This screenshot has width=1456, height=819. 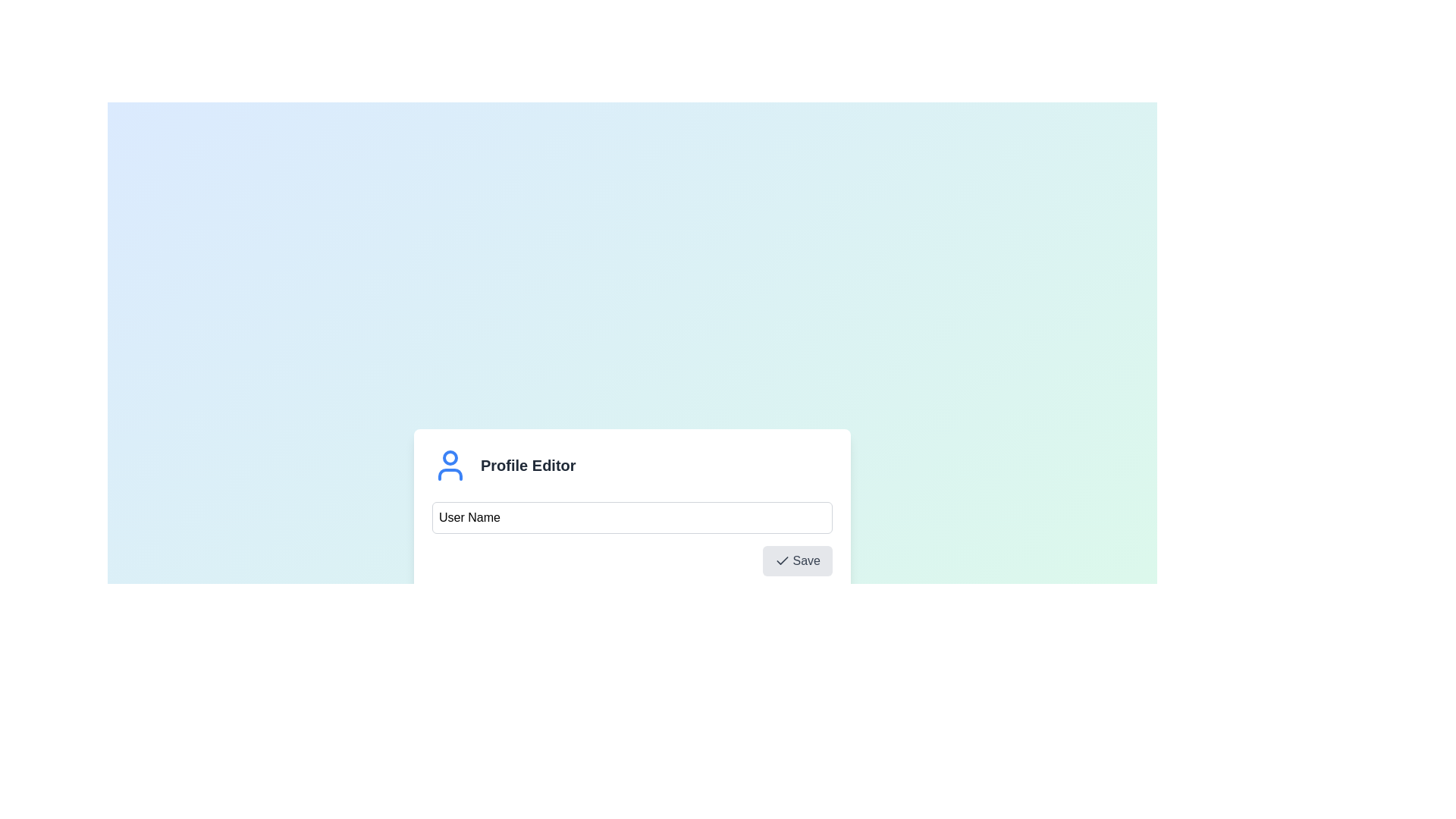 What do you see at coordinates (782, 561) in the screenshot?
I see `the checkmark icon, which is a thin, gray SVG element located at the top-left corner of the 'Save' button, preceding the 'Save' text label` at bounding box center [782, 561].